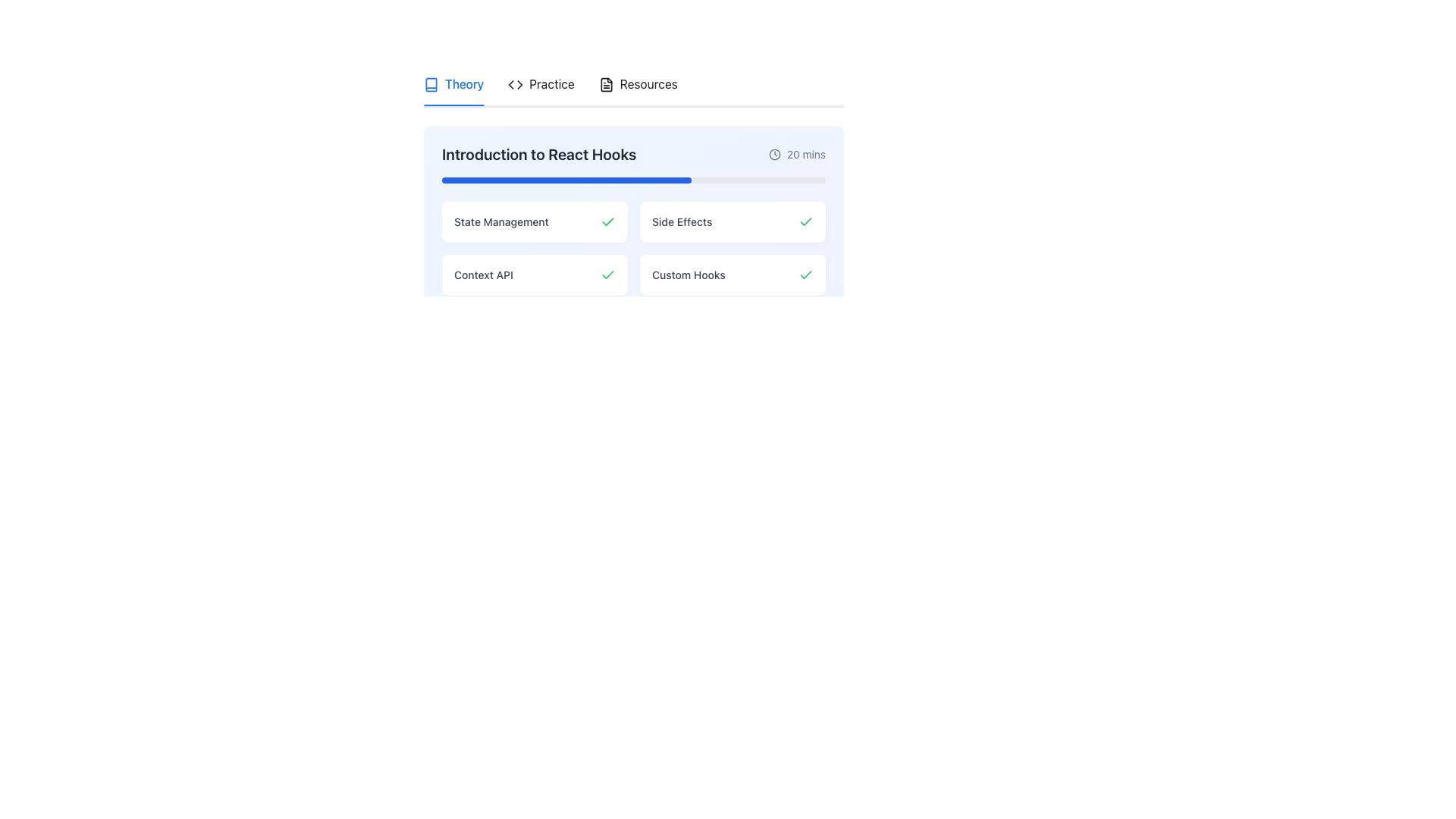 This screenshot has height=819, width=1456. I want to click on the circular SVG element that forms the outer boundary of the clock icon, located near the '20 mins' label, so click(774, 155).